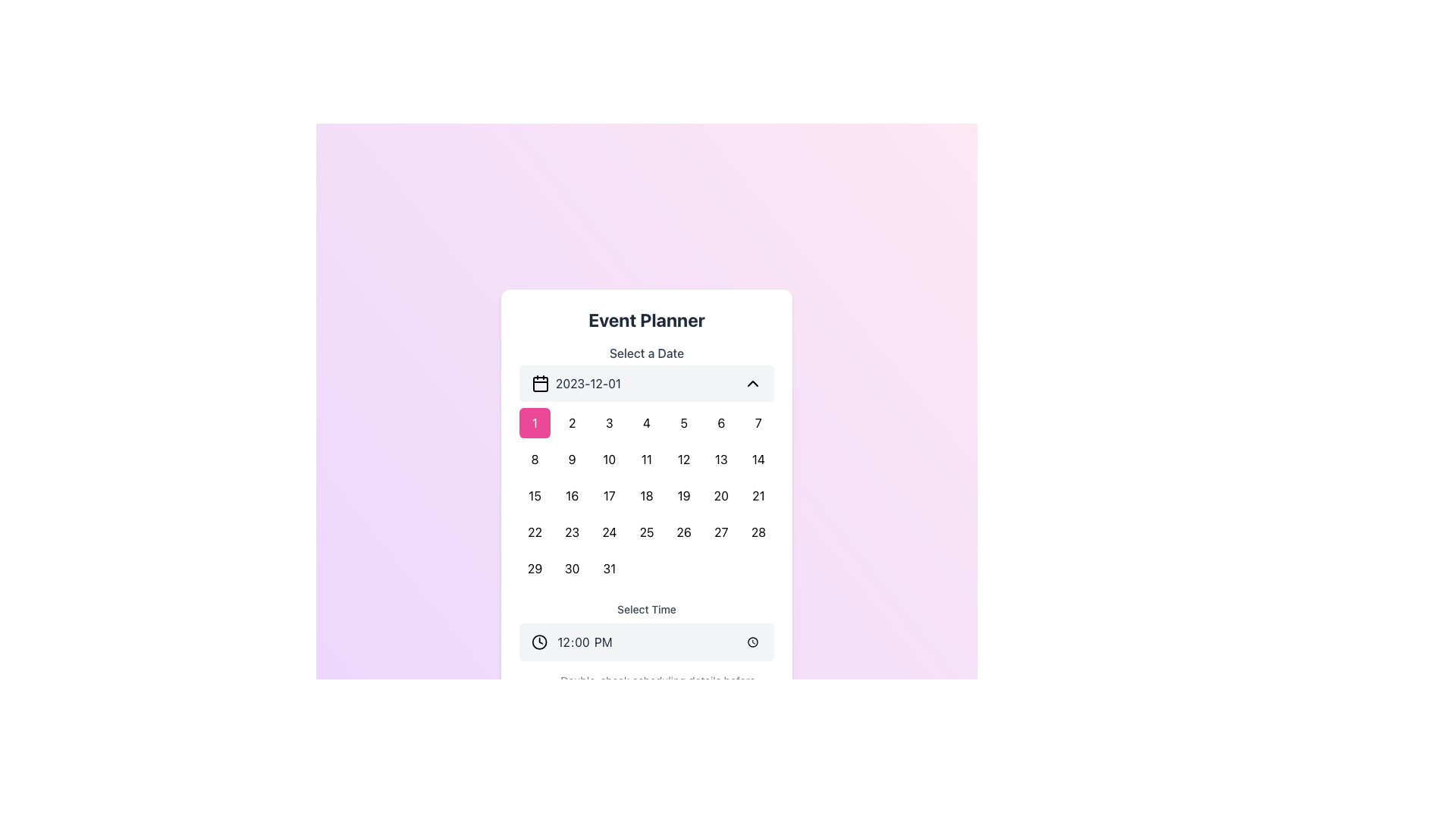  What do you see at coordinates (588, 382) in the screenshot?
I see `the Text Label that displays the currently selected date in the format YYYY-MM-DD, positioned below the calendar icon and aligned horizontally with it` at bounding box center [588, 382].